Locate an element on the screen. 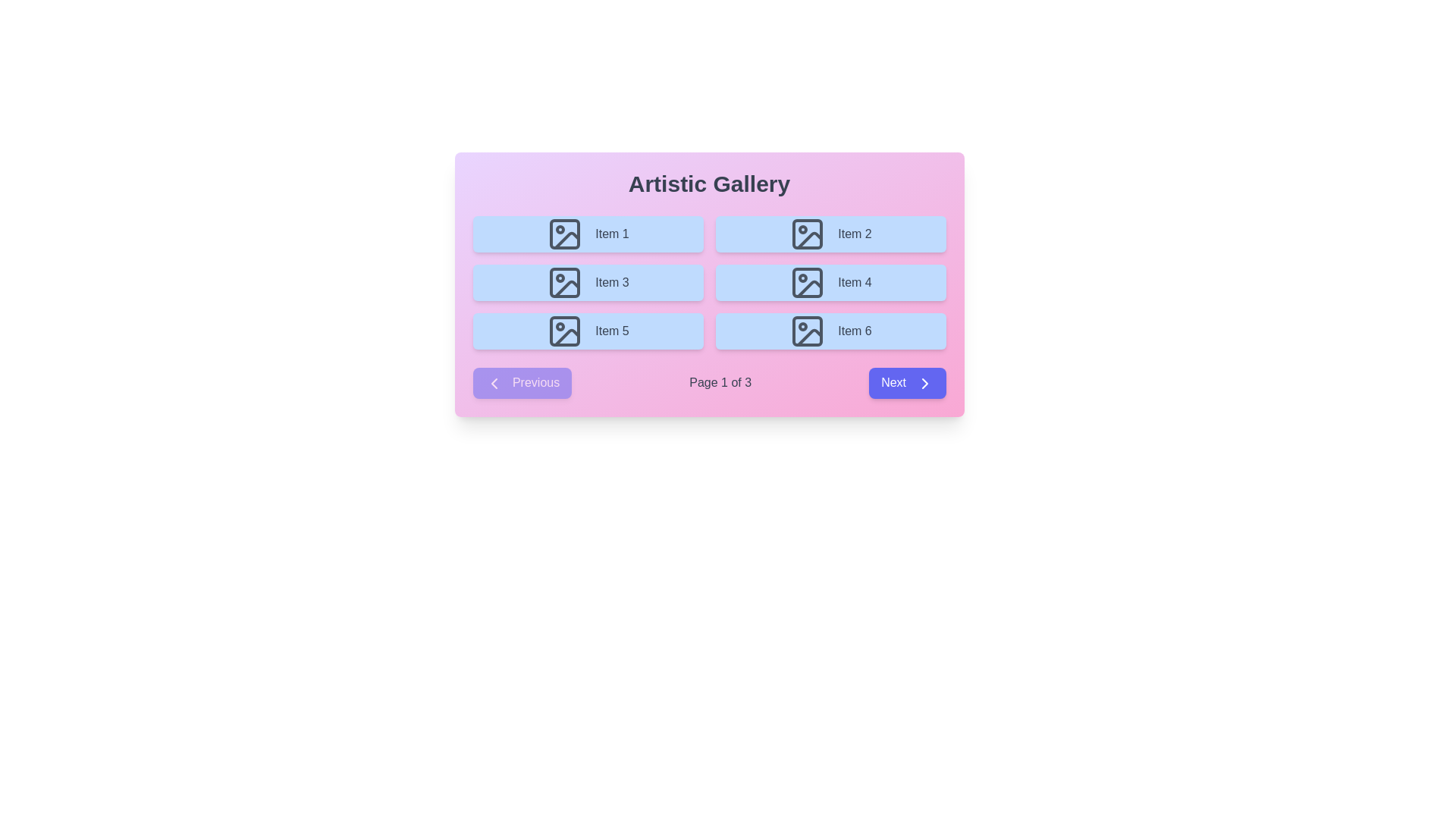 The image size is (1456, 819). visual properties of the first image icon in the 'Artistic Gallery' component, which is a rectangular icon with rounded corners depicting a mountain and sun or moon is located at coordinates (564, 234).